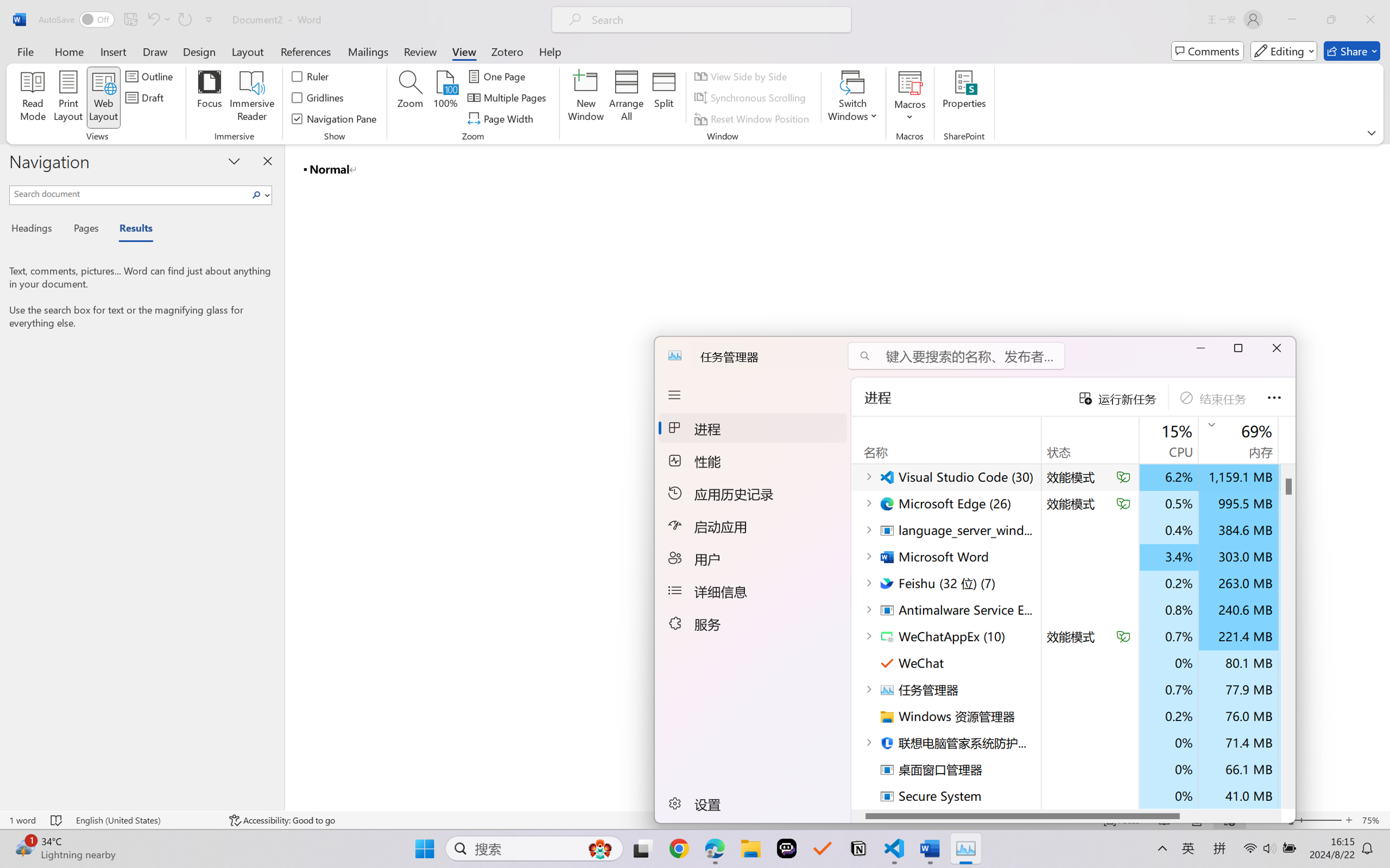 The width and height of the screenshot is (1390, 868). Describe the element at coordinates (625, 98) in the screenshot. I see `'Arrange All'` at that location.